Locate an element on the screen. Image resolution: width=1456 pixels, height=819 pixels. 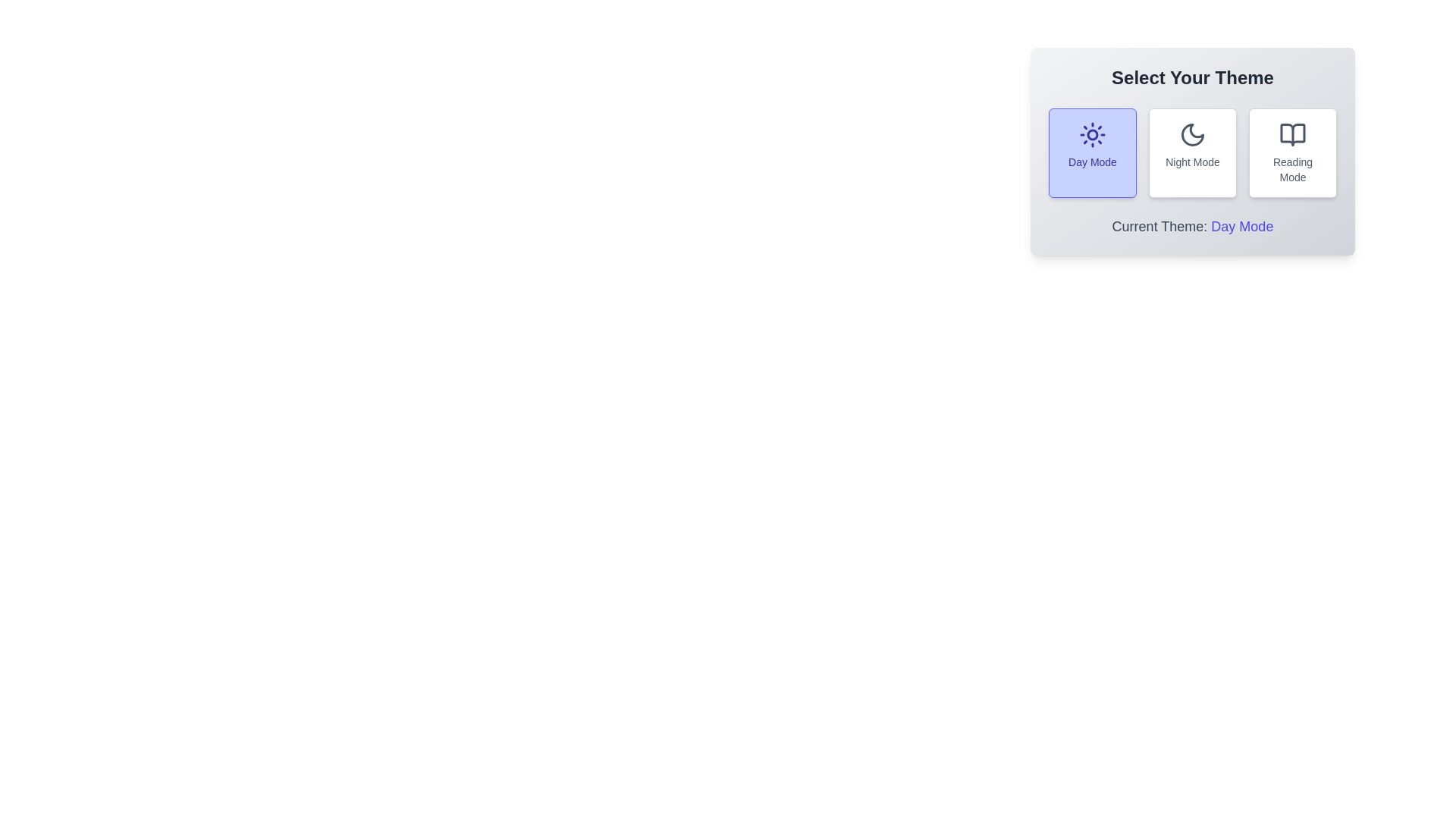
the button corresponding to Night mode is located at coordinates (1192, 152).